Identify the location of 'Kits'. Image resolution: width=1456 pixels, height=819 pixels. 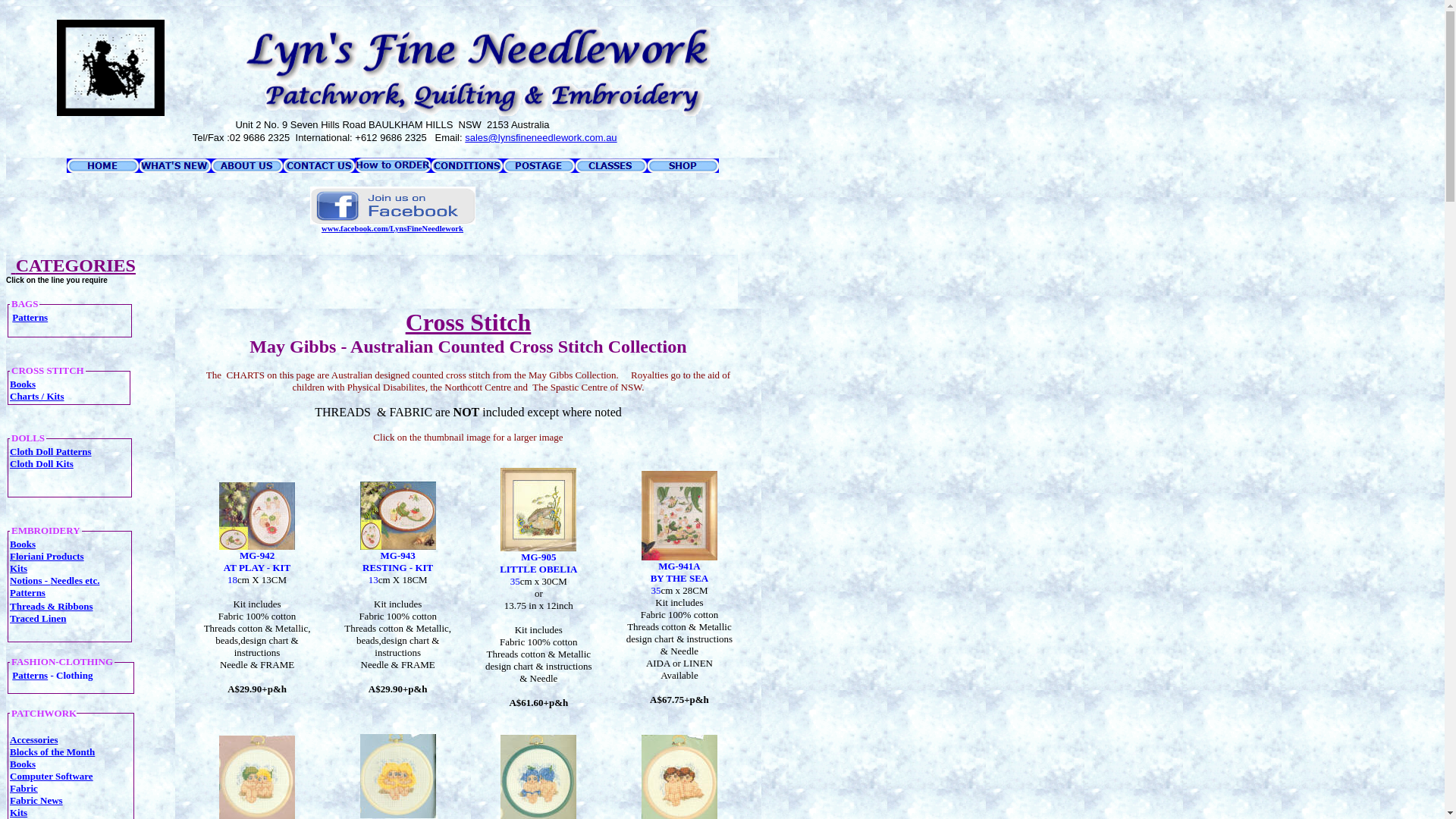
(18, 811).